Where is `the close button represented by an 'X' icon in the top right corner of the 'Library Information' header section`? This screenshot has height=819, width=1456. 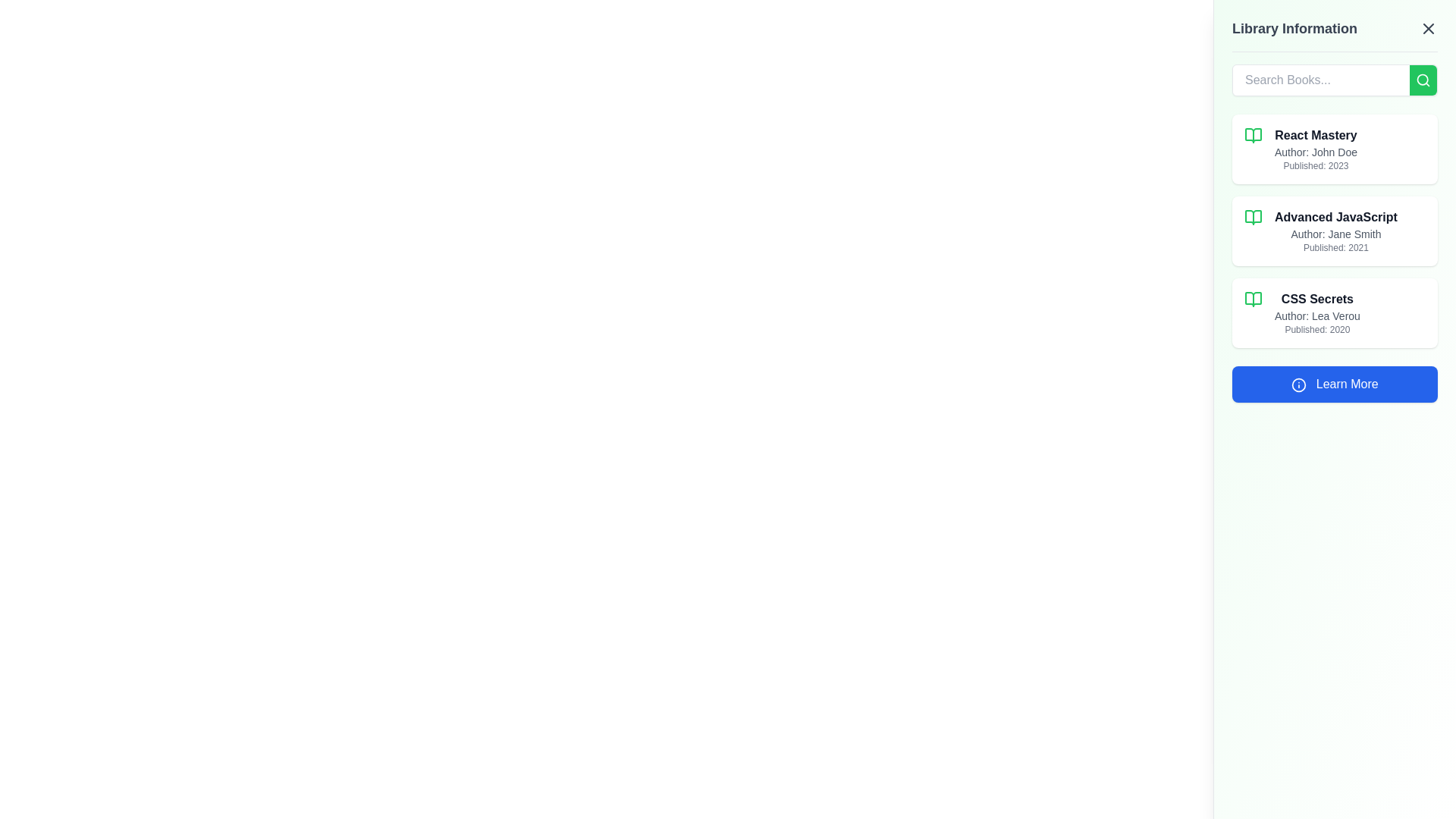 the close button represented by an 'X' icon in the top right corner of the 'Library Information' header section is located at coordinates (1427, 29).